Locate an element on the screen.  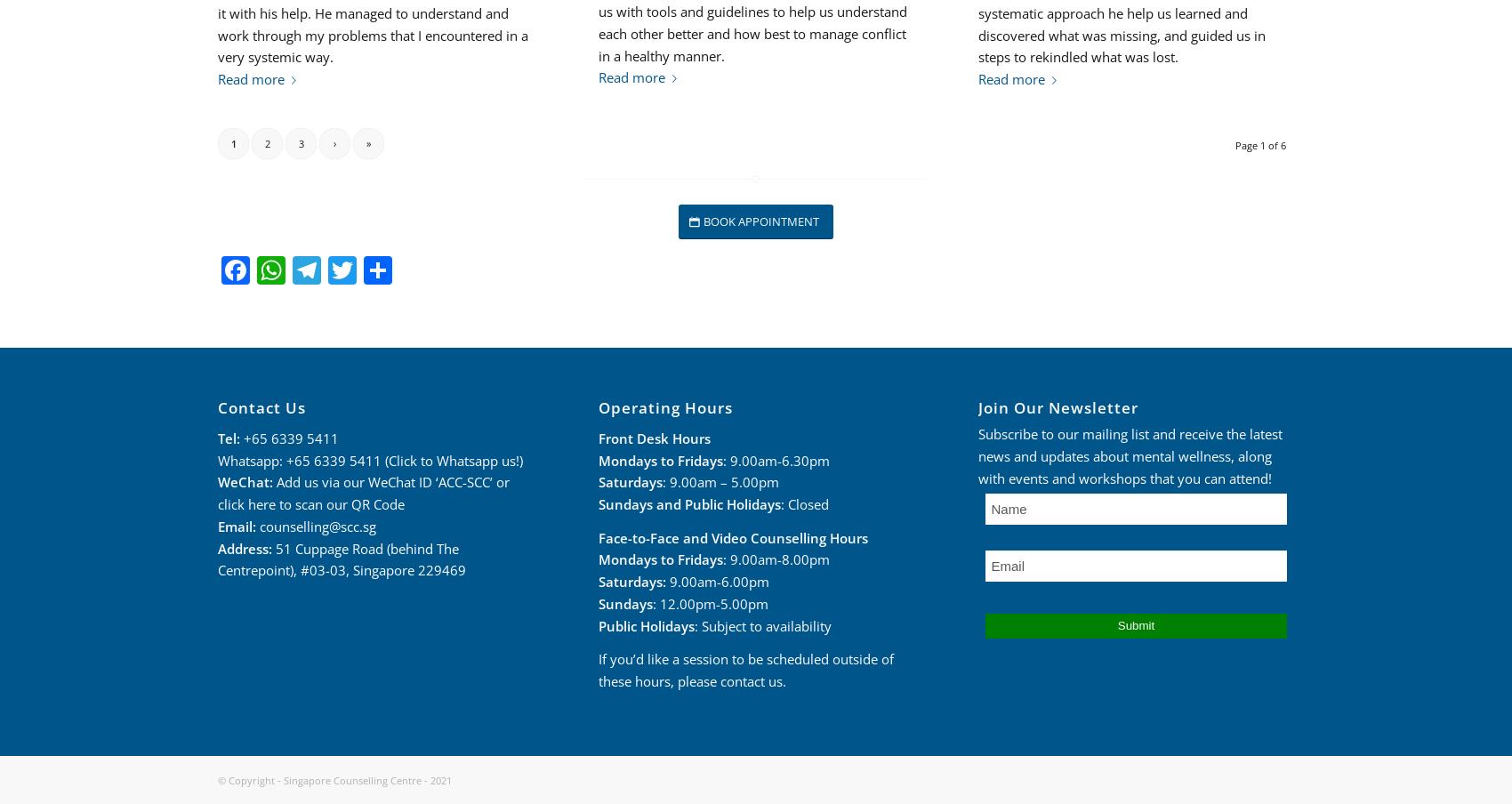
'51 Cuppage Road (behind The Centrepoint), #03-03, Singapore 229469' is located at coordinates (341, 559).